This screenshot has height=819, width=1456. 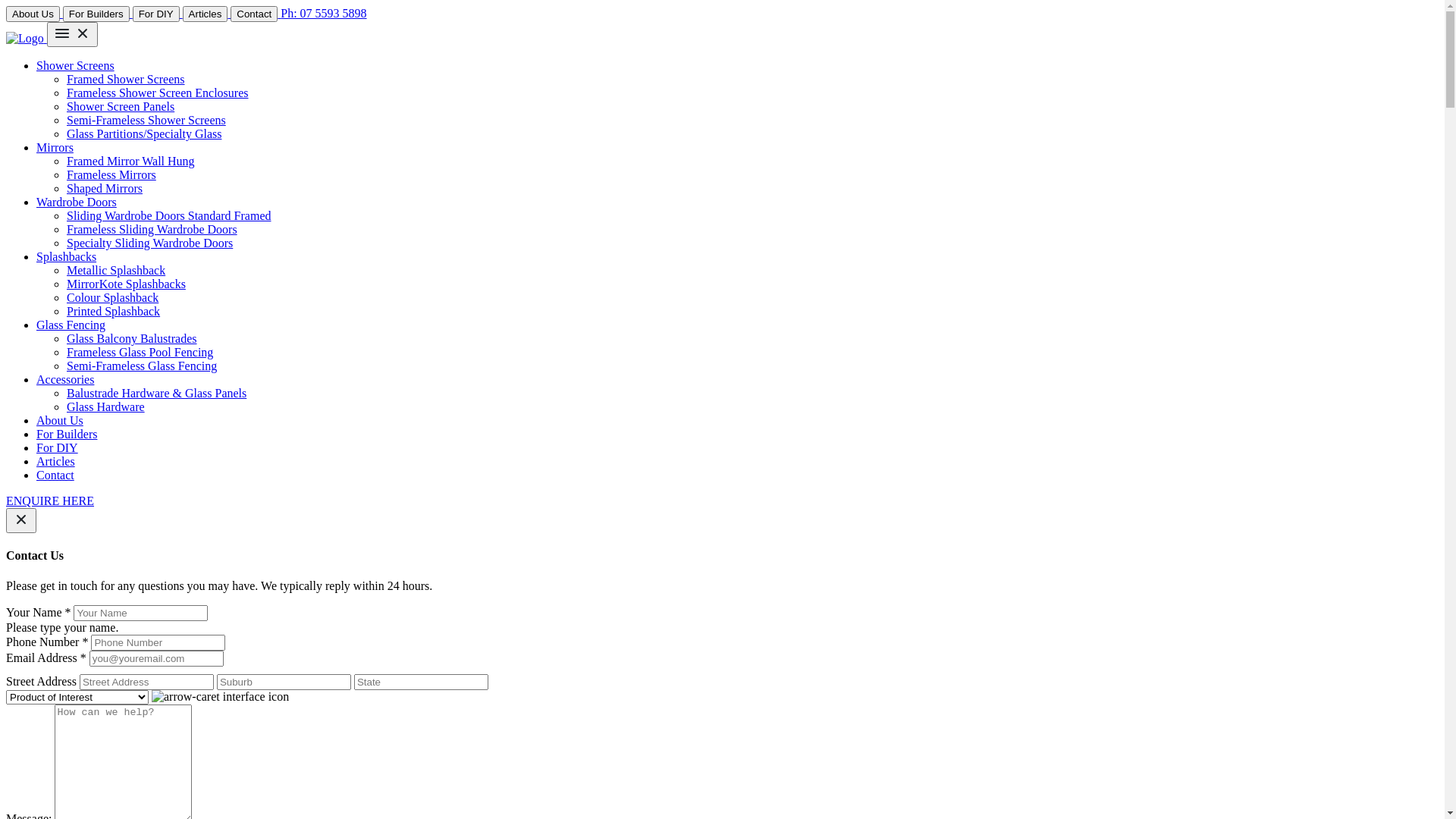 I want to click on 'Colour Splashback', so click(x=111, y=297).